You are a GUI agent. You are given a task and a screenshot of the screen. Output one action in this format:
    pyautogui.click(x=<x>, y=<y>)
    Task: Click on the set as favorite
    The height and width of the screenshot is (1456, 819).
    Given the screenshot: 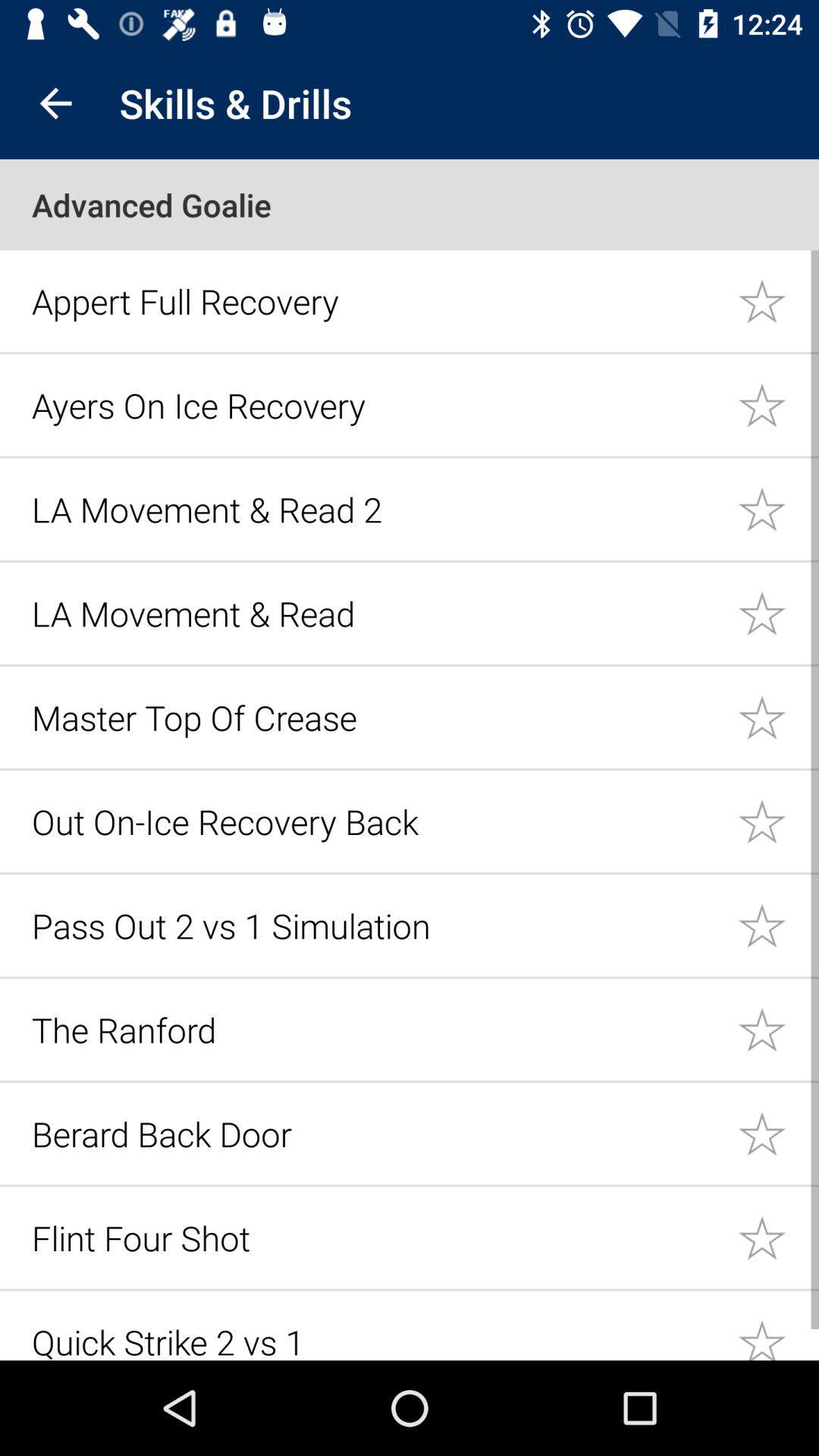 What is the action you would take?
    pyautogui.click(x=778, y=1238)
    